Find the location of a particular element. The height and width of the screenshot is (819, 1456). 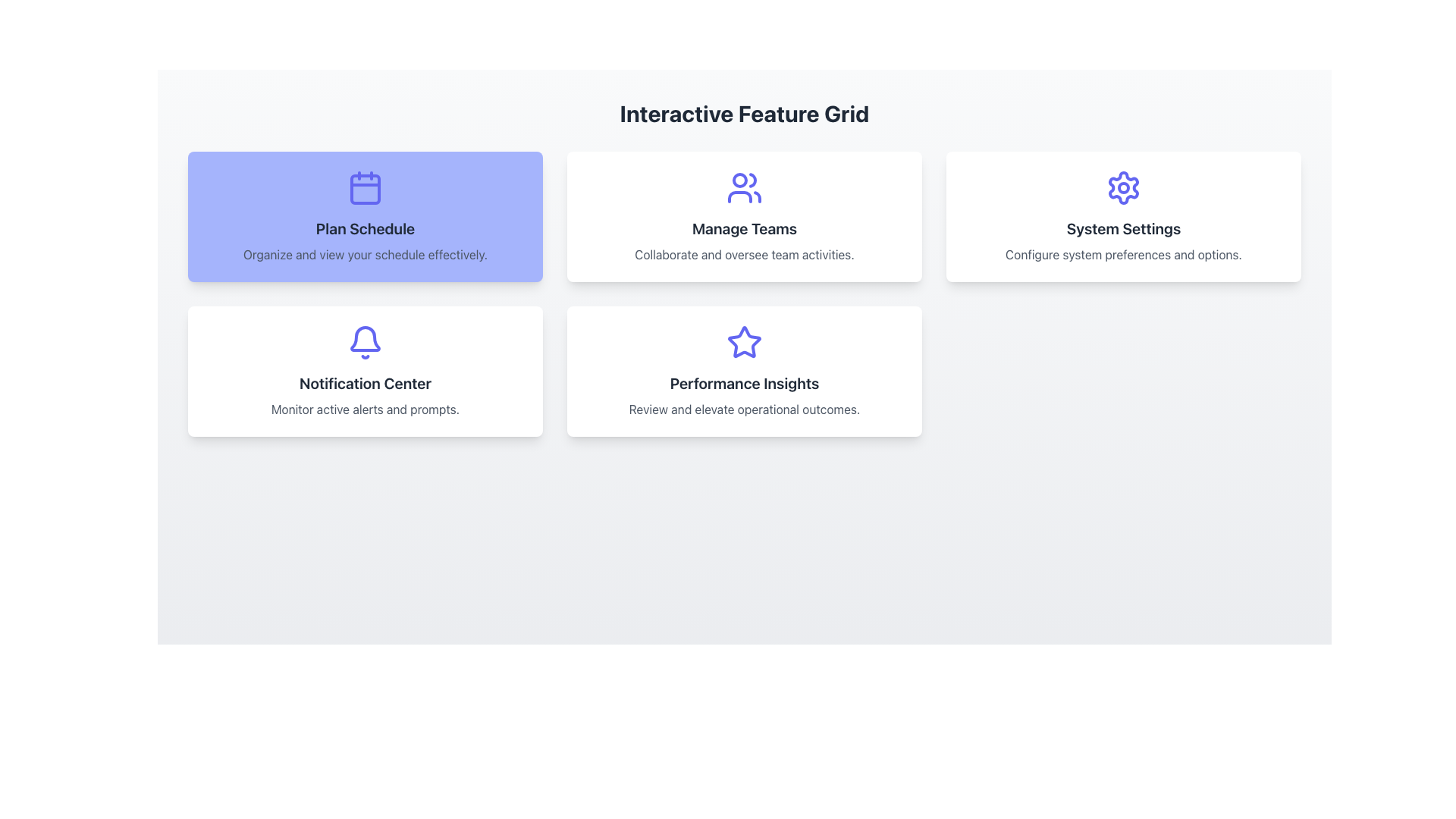

text label displaying 'Manage Teams' which is styled in bold, dark gray color and is positioned at the center of its card layout is located at coordinates (745, 228).